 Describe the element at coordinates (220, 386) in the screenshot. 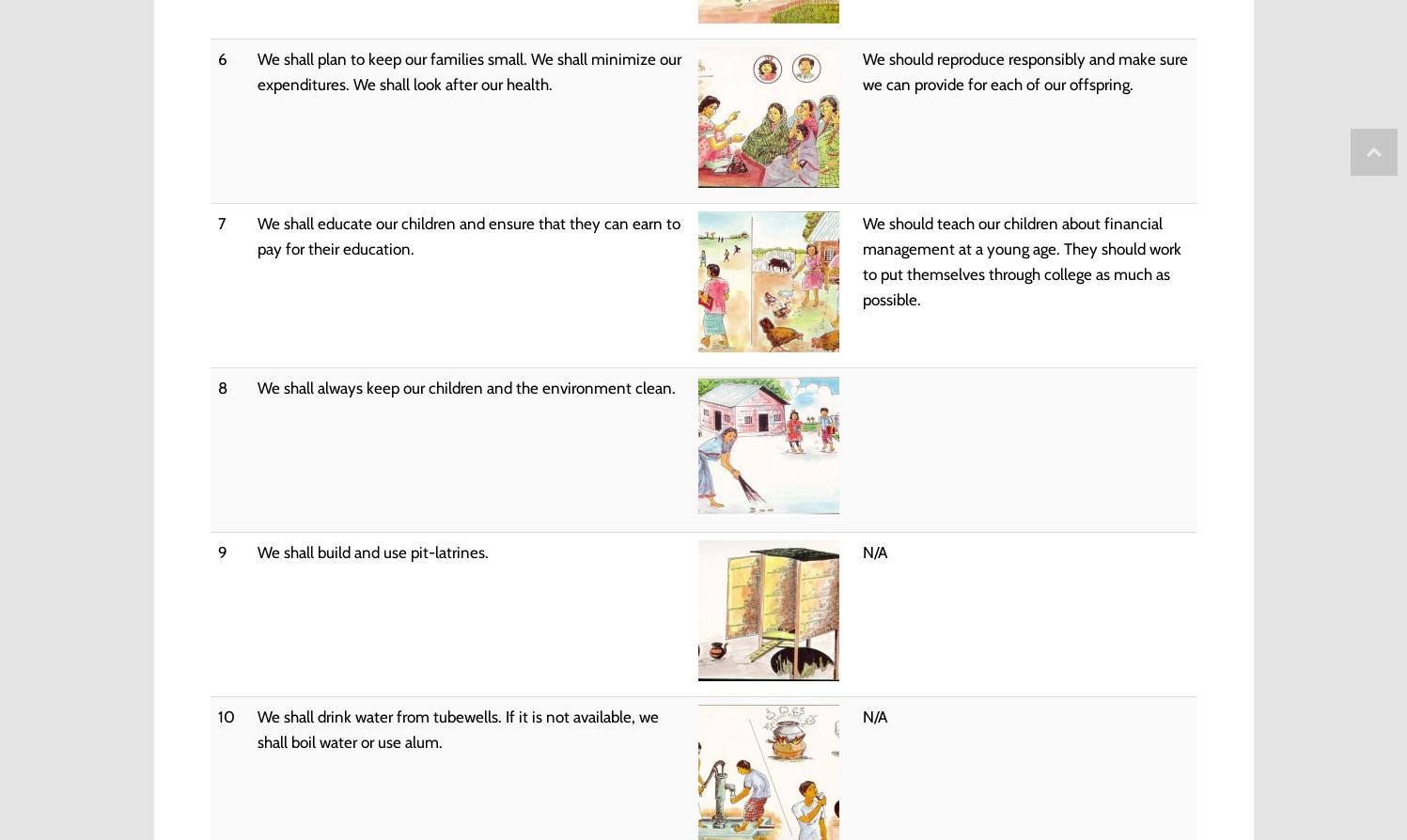

I see `'8'` at that location.